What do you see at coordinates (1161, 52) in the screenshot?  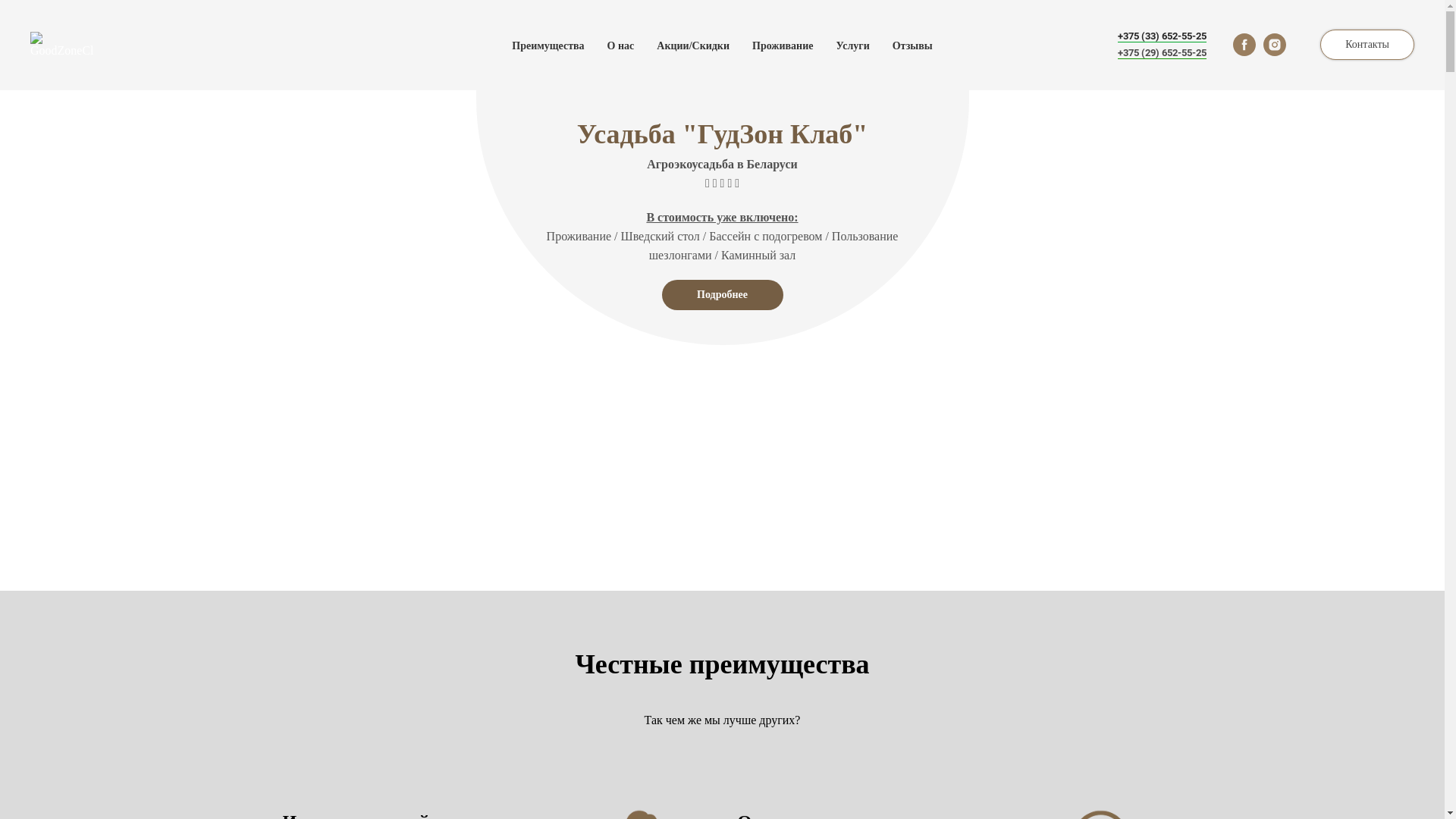 I see `'+375 (29) 652-55-25'` at bounding box center [1161, 52].